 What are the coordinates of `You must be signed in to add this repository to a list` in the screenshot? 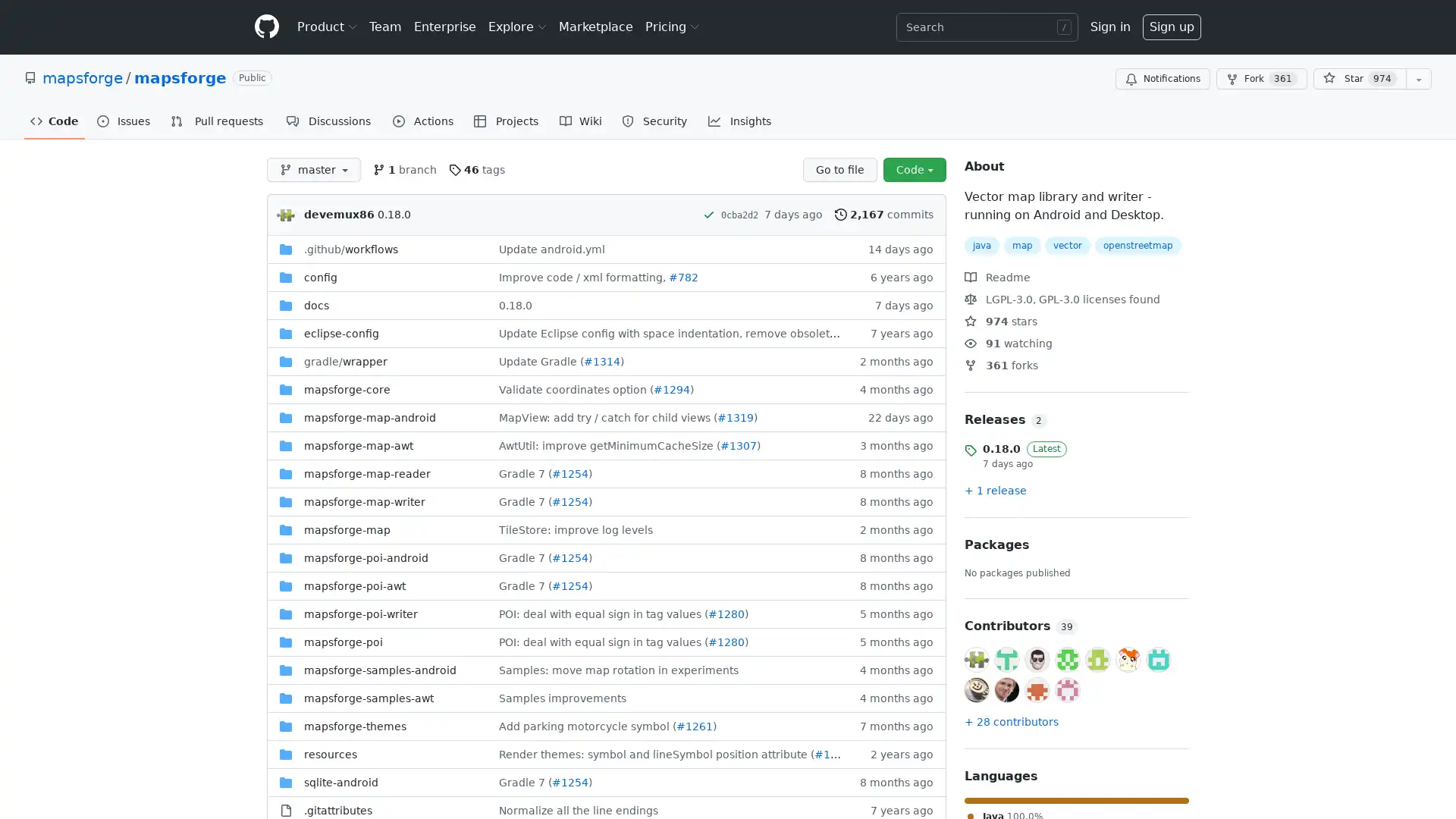 It's located at (1418, 79).